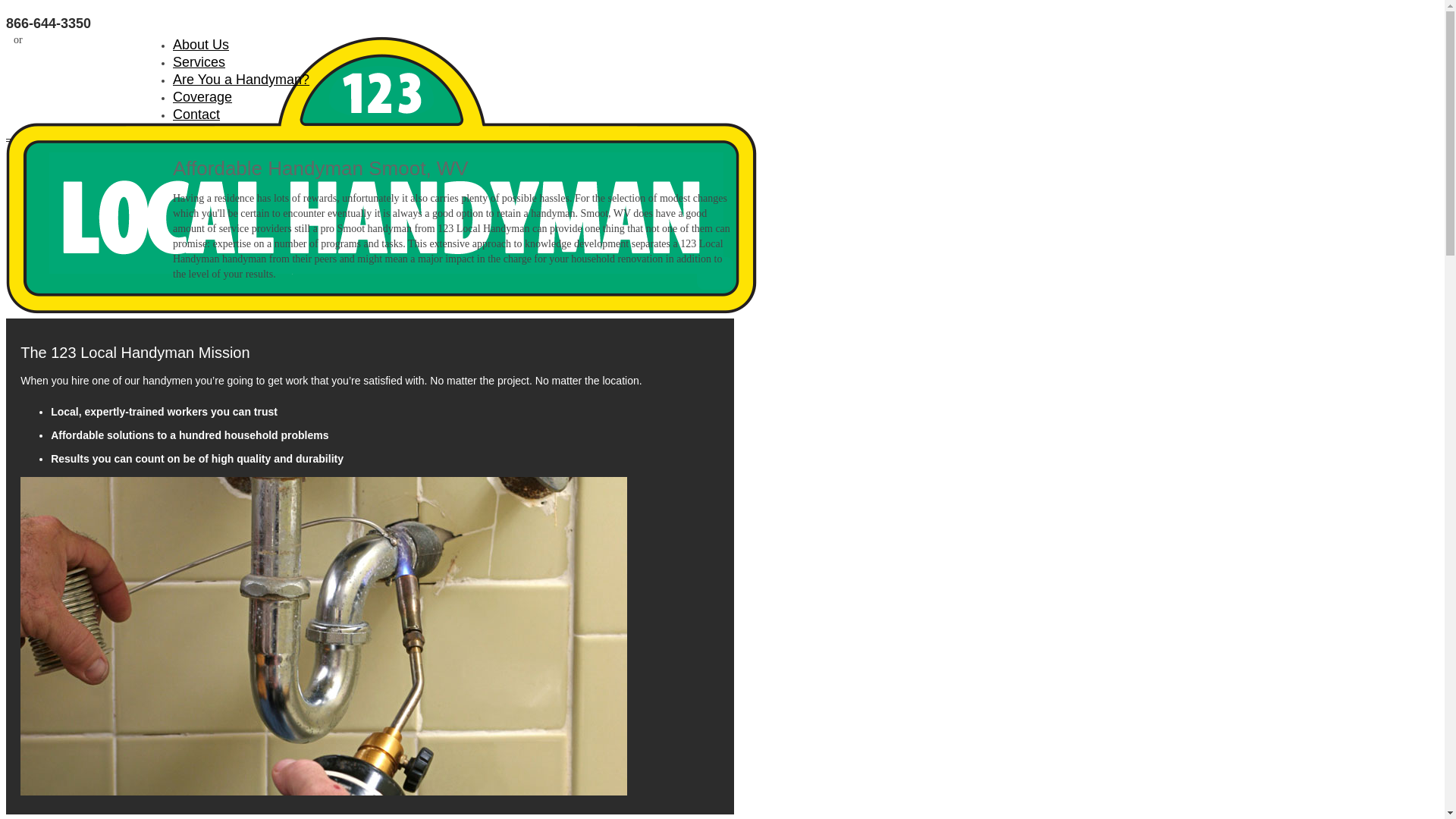 The width and height of the screenshot is (1456, 819). What do you see at coordinates (202, 96) in the screenshot?
I see `'Coverage'` at bounding box center [202, 96].